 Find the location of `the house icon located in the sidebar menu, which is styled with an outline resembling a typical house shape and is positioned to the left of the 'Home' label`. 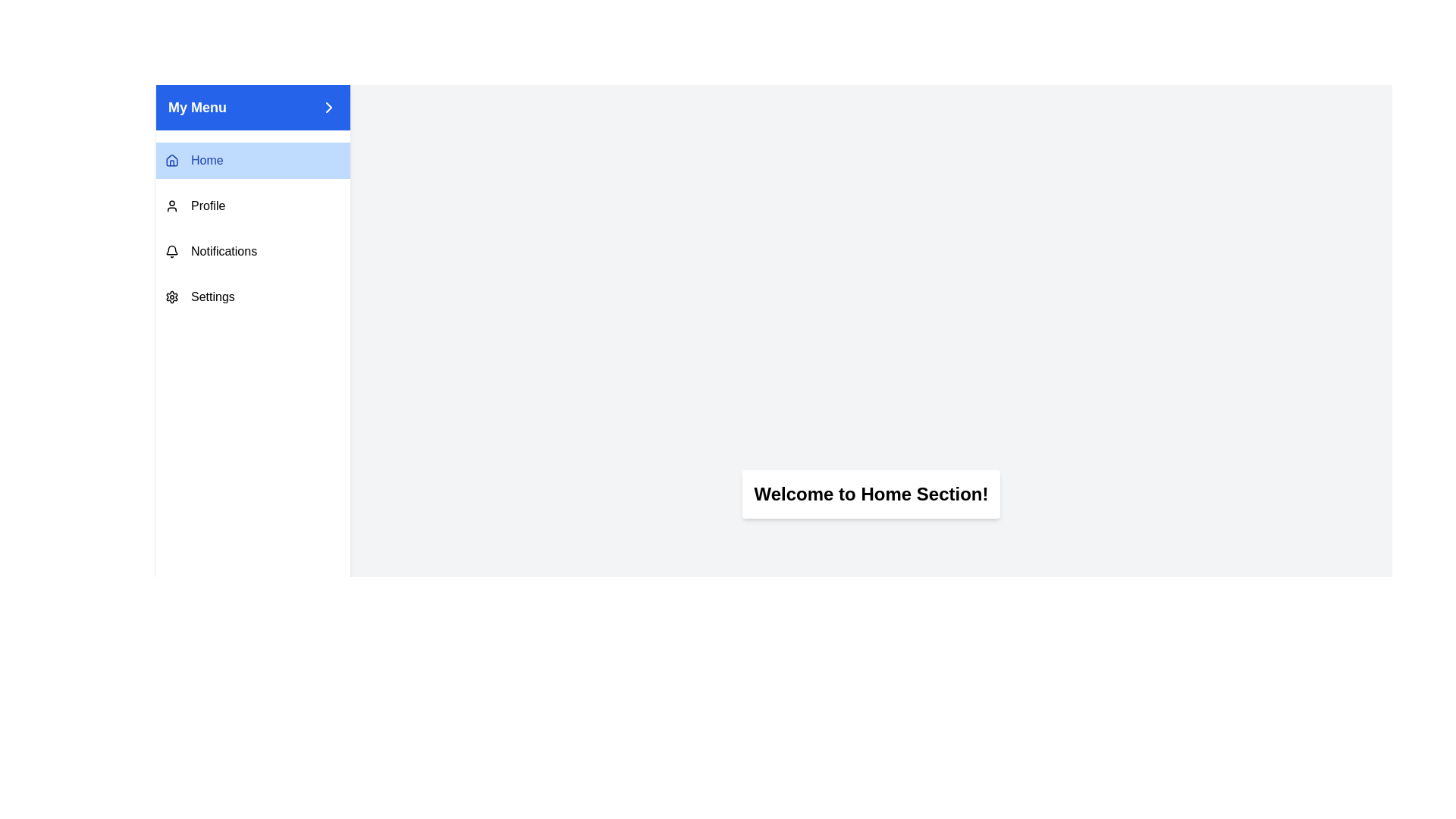

the house icon located in the sidebar menu, which is styled with an outline resembling a typical house shape and is positioned to the left of the 'Home' label is located at coordinates (171, 160).